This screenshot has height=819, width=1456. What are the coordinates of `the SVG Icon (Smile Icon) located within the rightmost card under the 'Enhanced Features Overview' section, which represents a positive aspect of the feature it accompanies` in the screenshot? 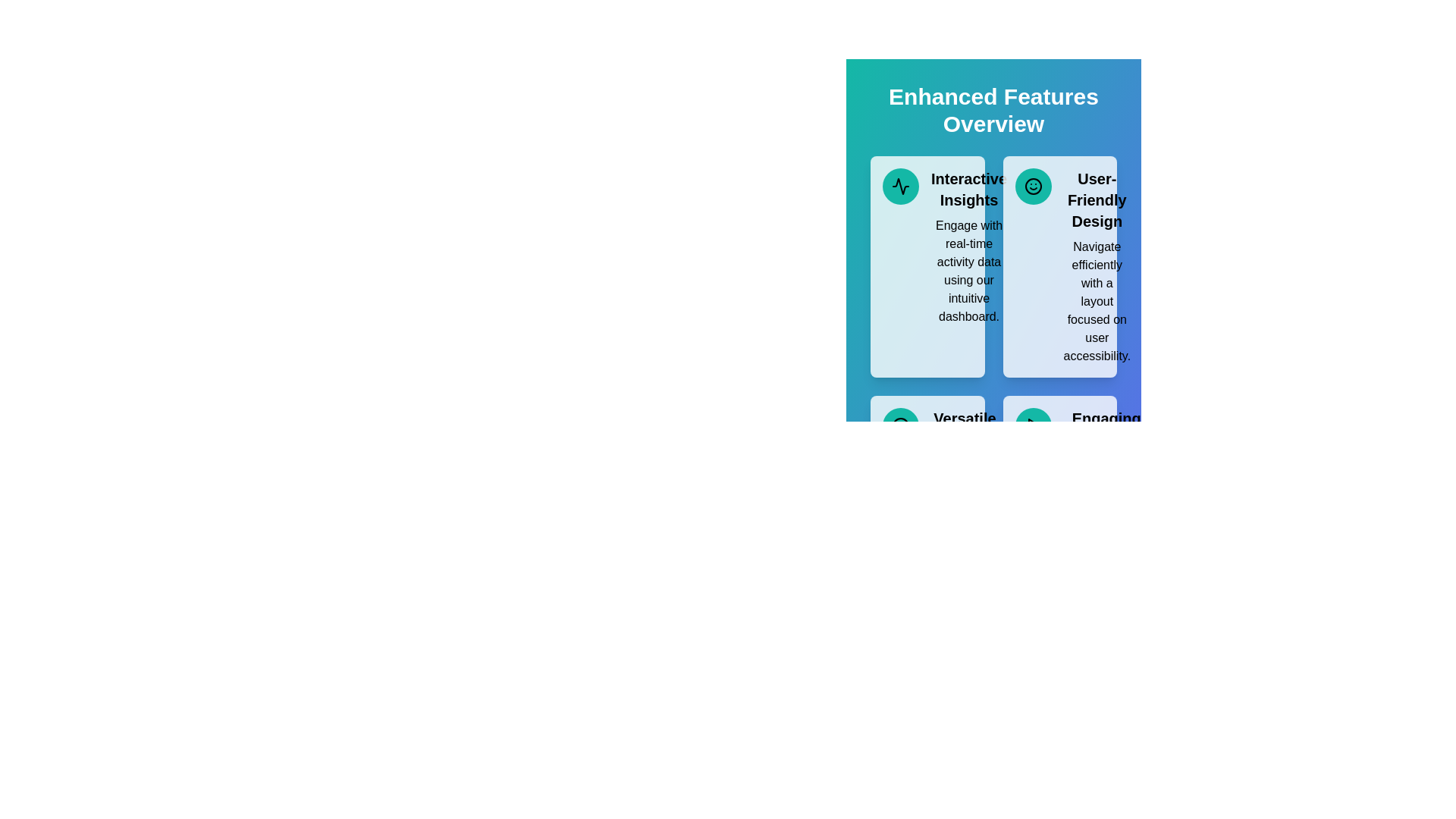 It's located at (1032, 186).